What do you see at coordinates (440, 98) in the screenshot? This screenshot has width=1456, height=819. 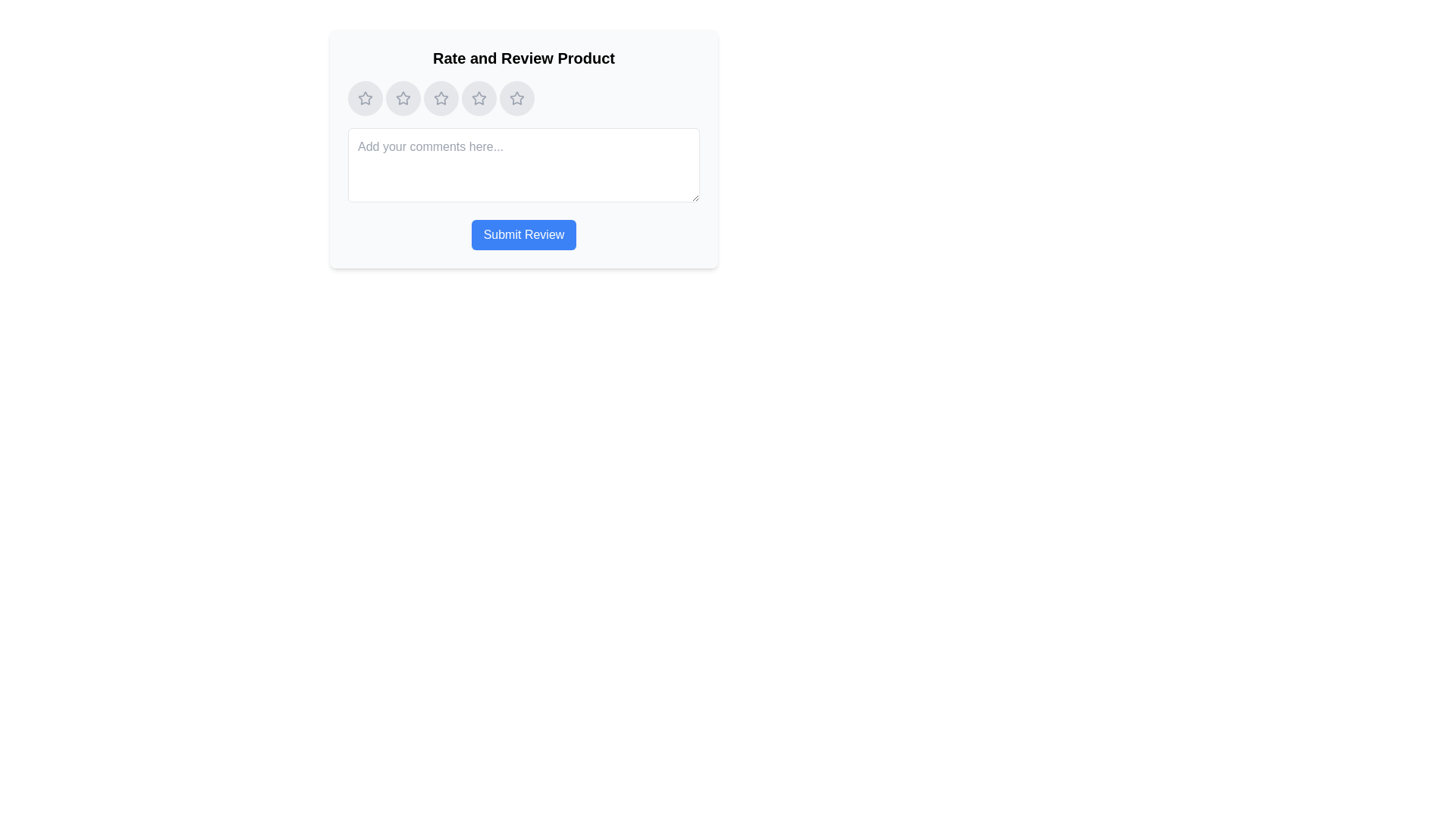 I see `the second star in the rating component` at bounding box center [440, 98].